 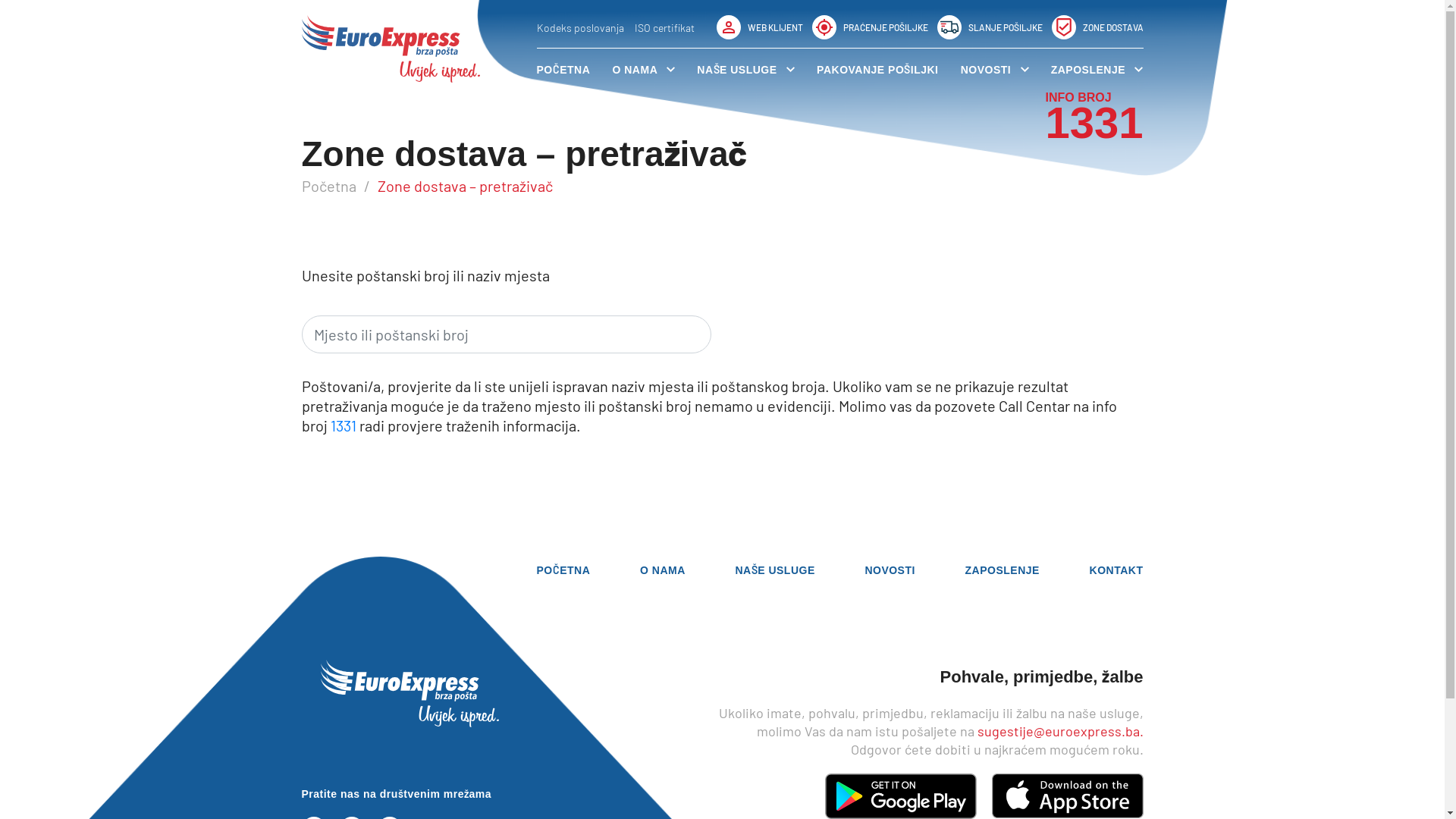 I want to click on 'KONTAKT', so click(x=1116, y=570).